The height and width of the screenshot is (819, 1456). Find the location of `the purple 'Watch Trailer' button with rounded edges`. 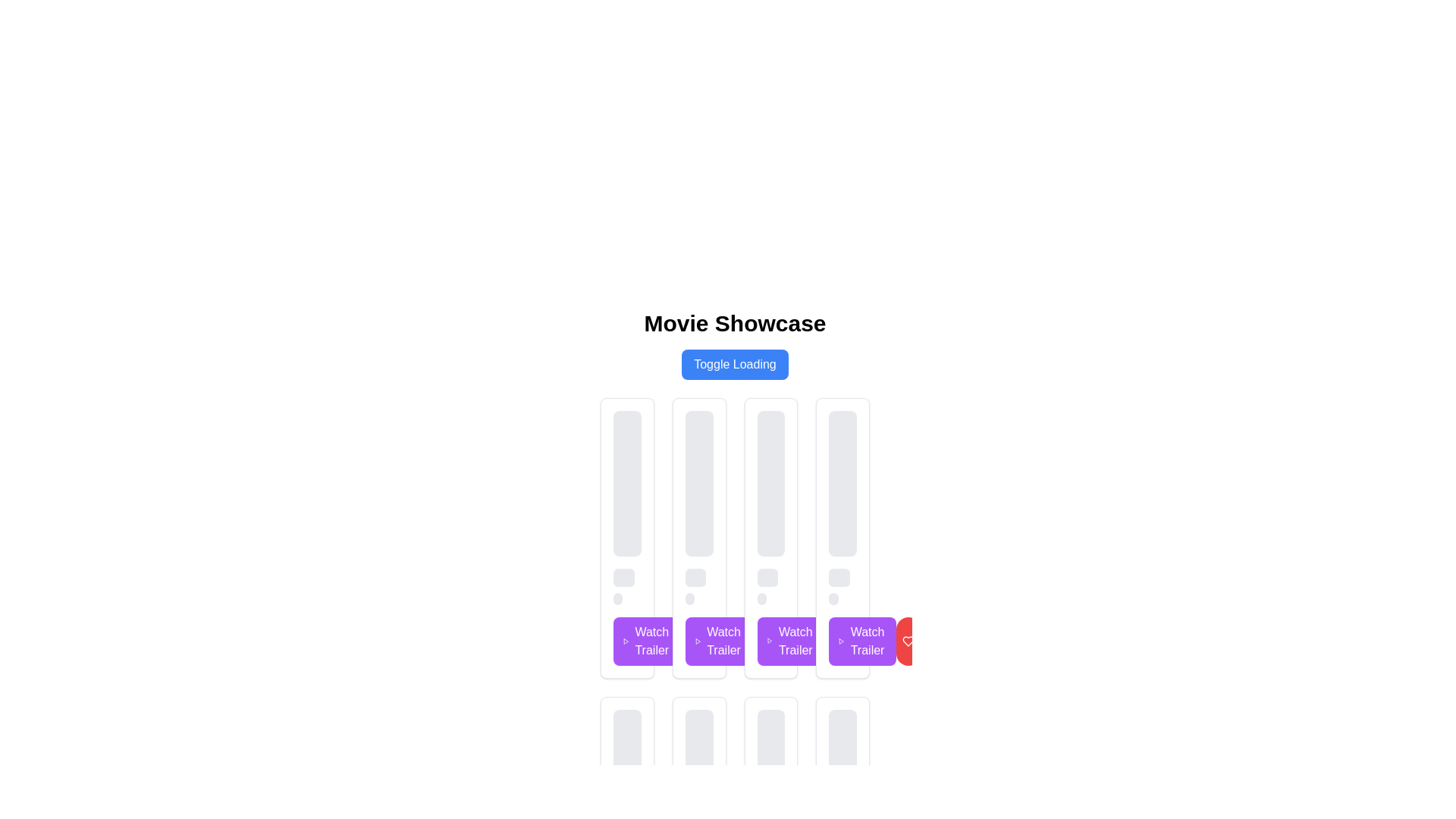

the purple 'Watch Trailer' button with rounded edges is located at coordinates (862, 641).